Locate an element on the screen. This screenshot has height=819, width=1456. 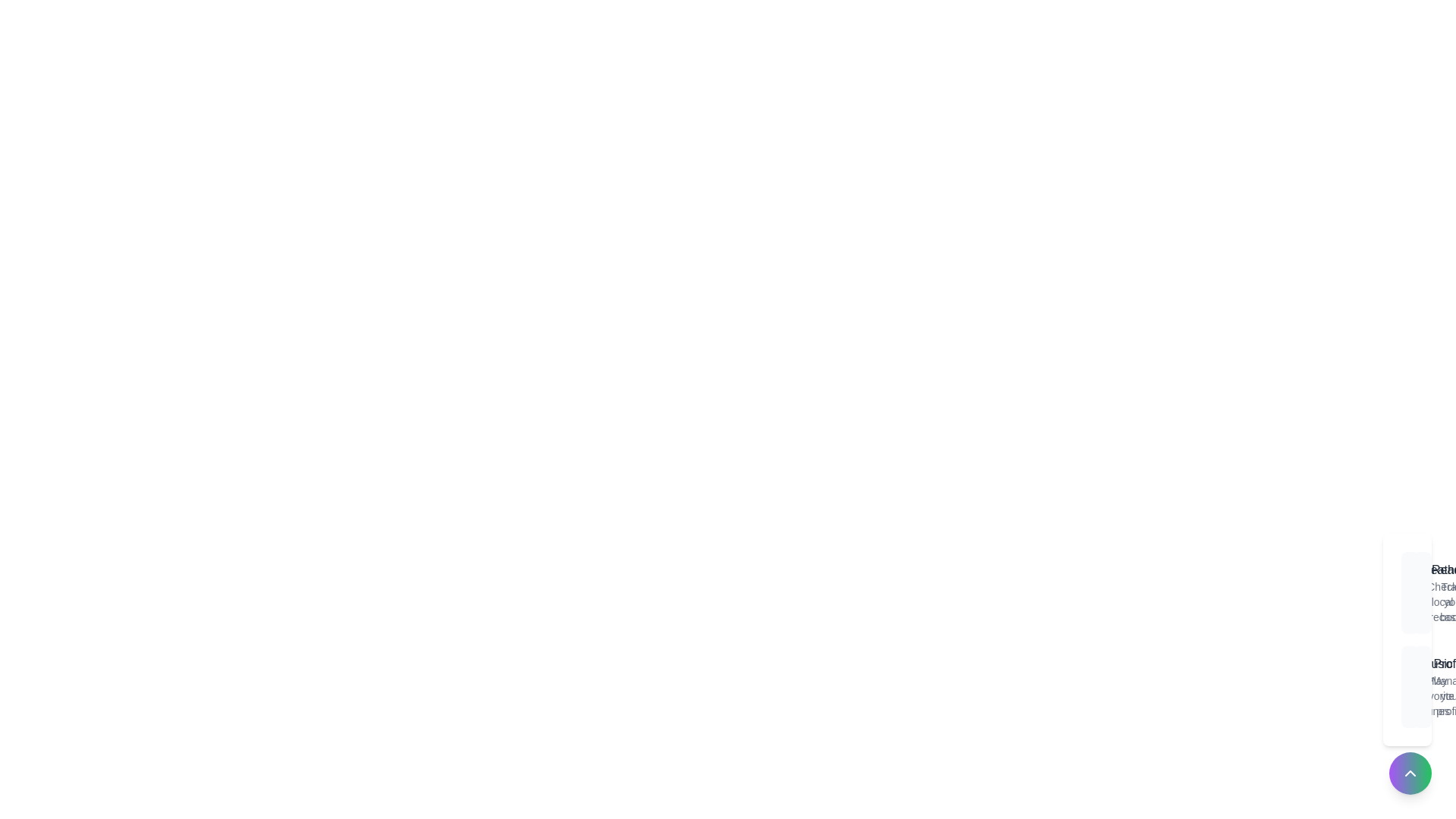
the floating action button to toggle the menu visibility is located at coordinates (1410, 773).